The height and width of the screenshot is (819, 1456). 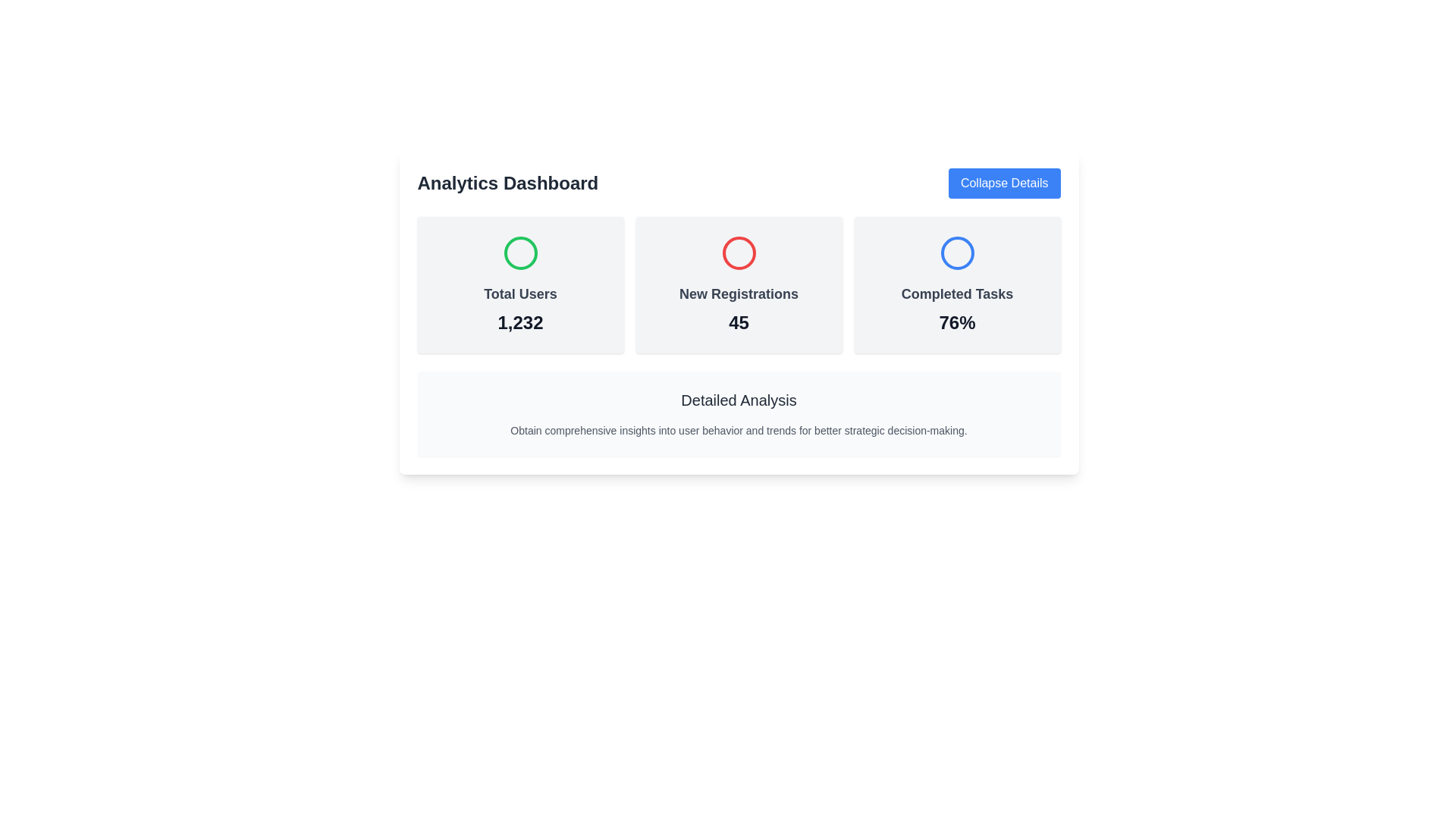 What do you see at coordinates (739, 322) in the screenshot?
I see `number '45' indicating new registrations, which is centered below the title in the middle card of the three-card layout` at bounding box center [739, 322].